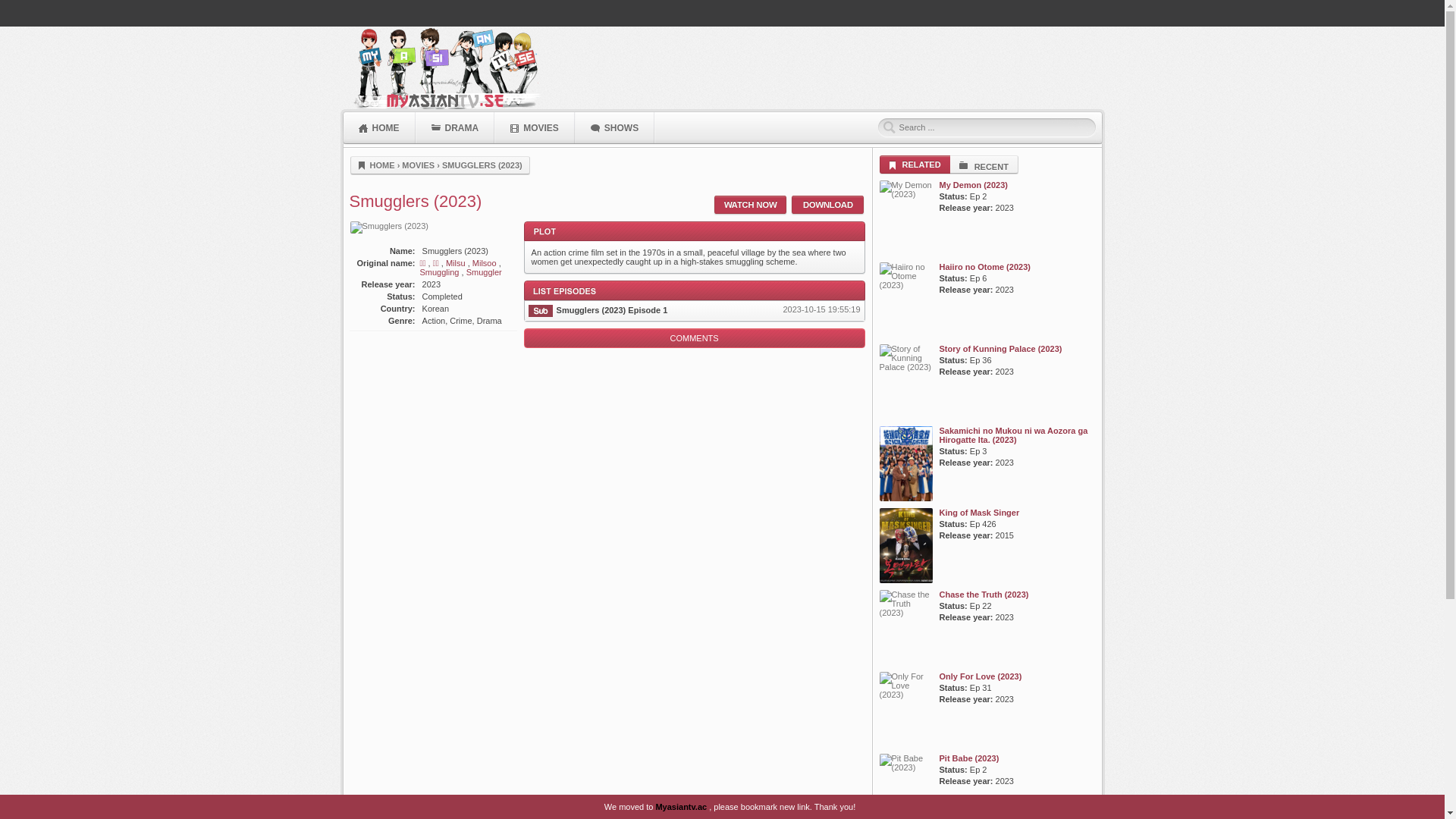 The image size is (1456, 819). What do you see at coordinates (487, 262) in the screenshot?
I see `'Milsoo'` at bounding box center [487, 262].